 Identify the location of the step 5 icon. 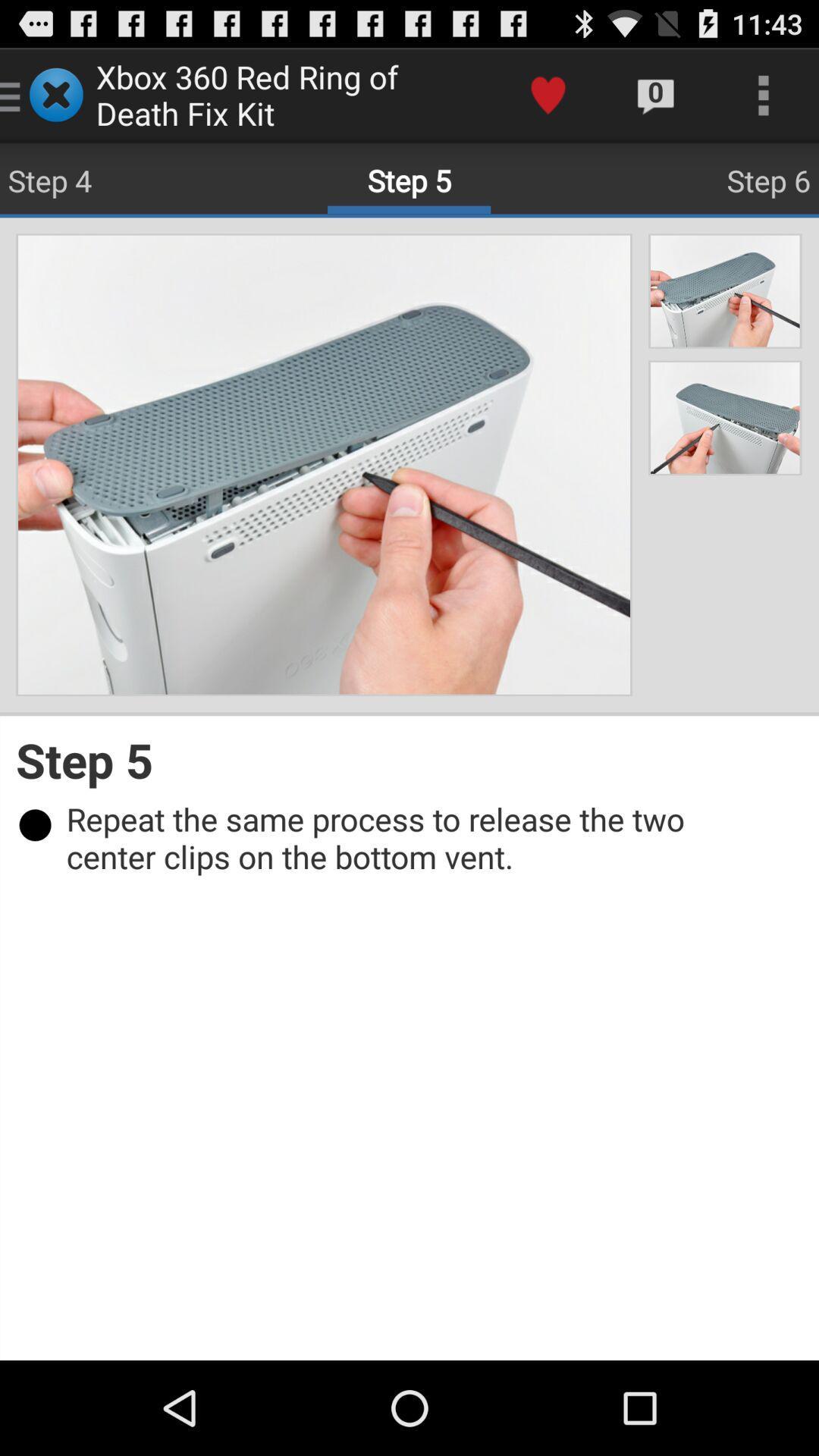
(409, 760).